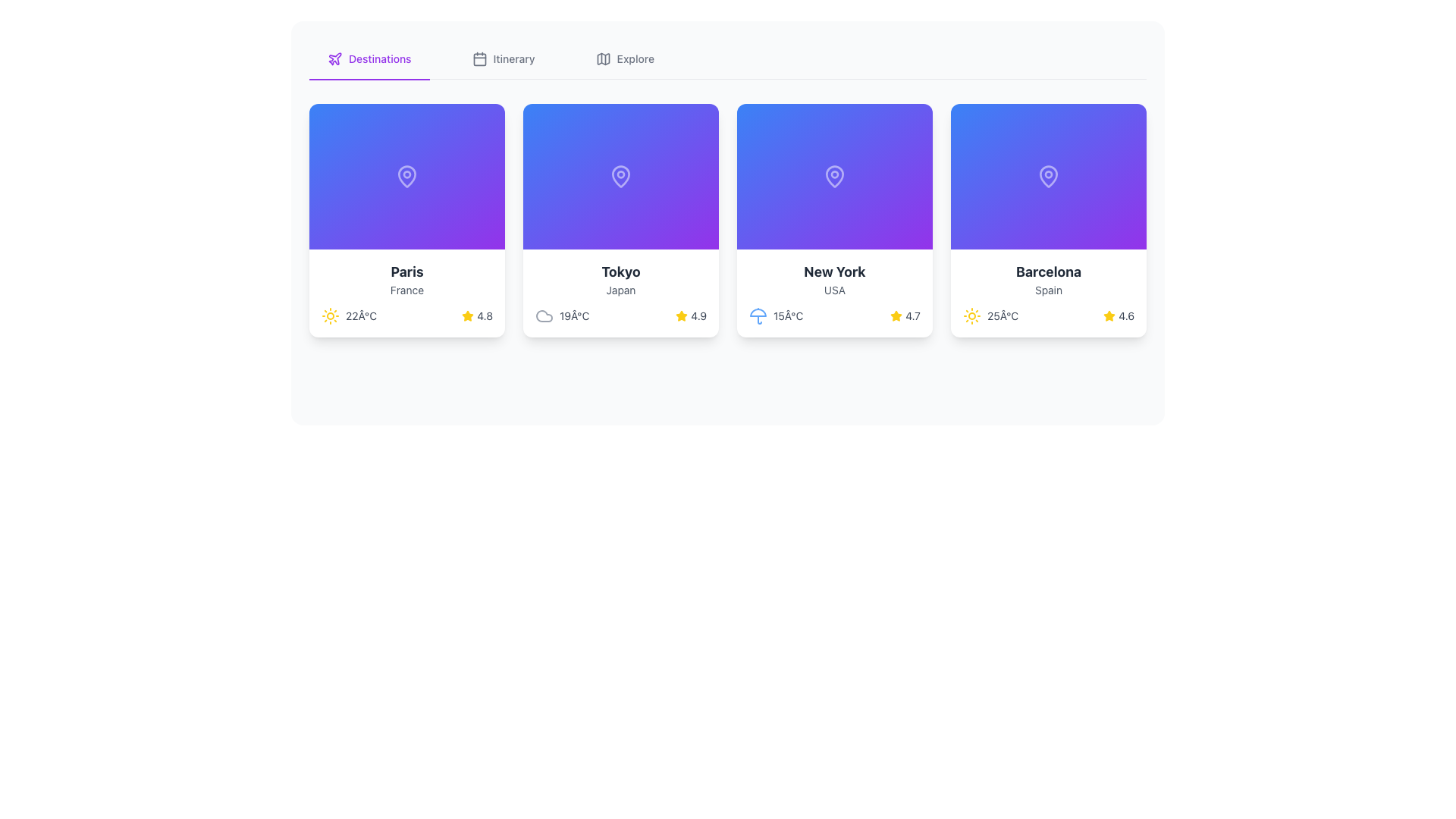 Image resolution: width=1456 pixels, height=819 pixels. Describe the element at coordinates (625, 58) in the screenshot. I see `the third button in the horizontal menu bar, which serves as a navigation link to the 'Explore' section of the application` at that location.